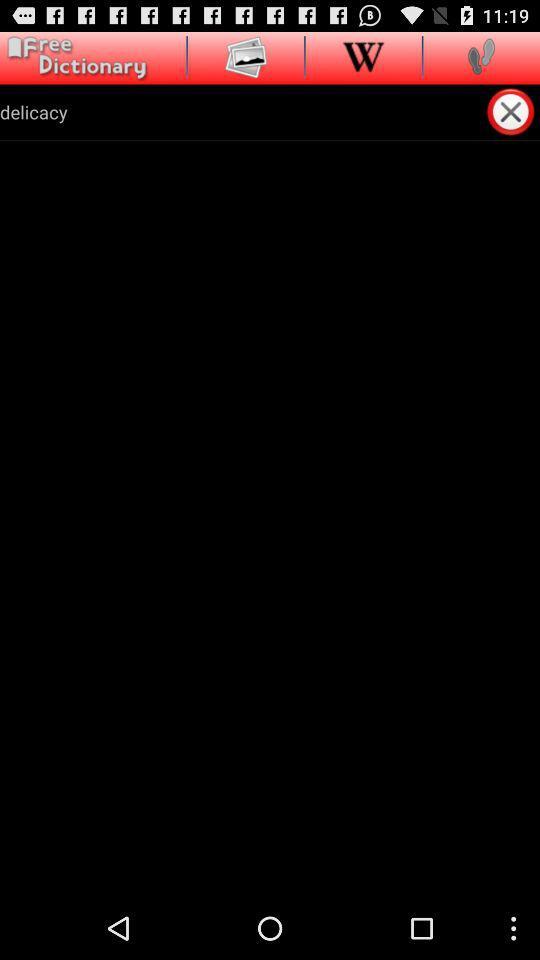 The image size is (540, 960). I want to click on item to the right of the delicacy, so click(512, 111).